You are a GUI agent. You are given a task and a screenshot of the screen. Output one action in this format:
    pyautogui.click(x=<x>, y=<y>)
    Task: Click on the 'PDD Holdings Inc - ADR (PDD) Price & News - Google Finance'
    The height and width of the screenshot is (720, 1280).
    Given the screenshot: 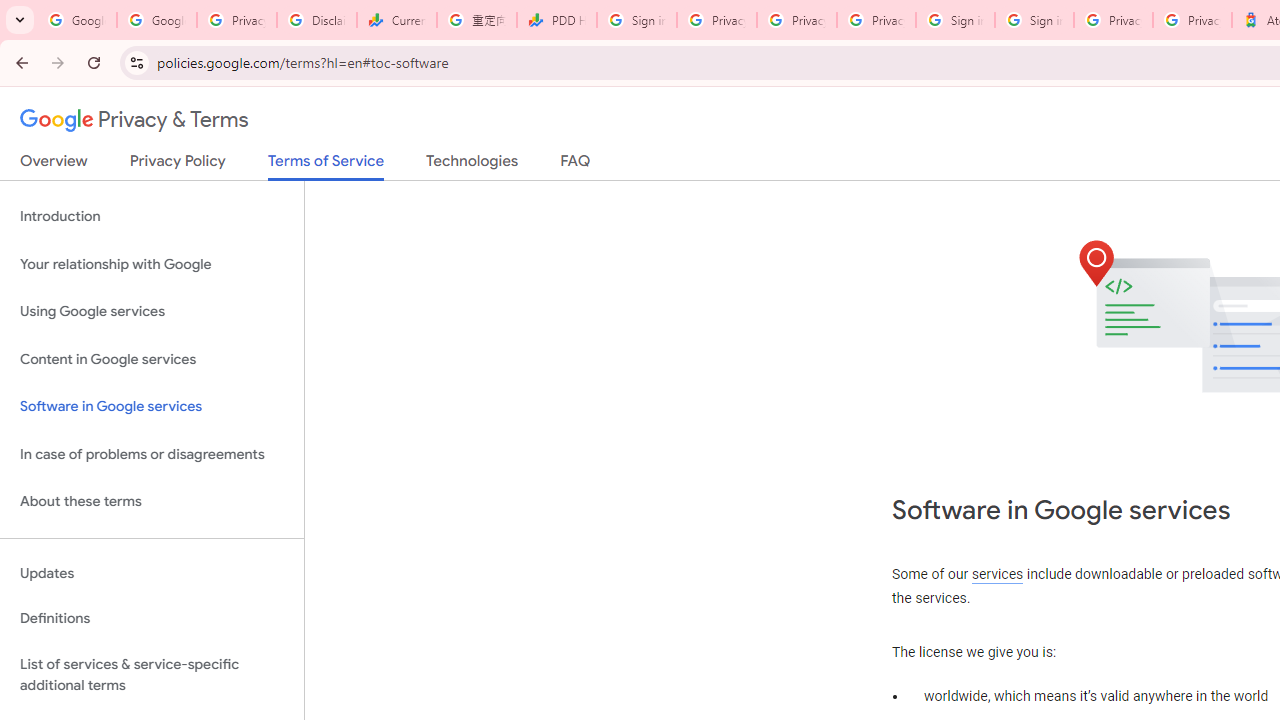 What is the action you would take?
    pyautogui.click(x=556, y=20)
    